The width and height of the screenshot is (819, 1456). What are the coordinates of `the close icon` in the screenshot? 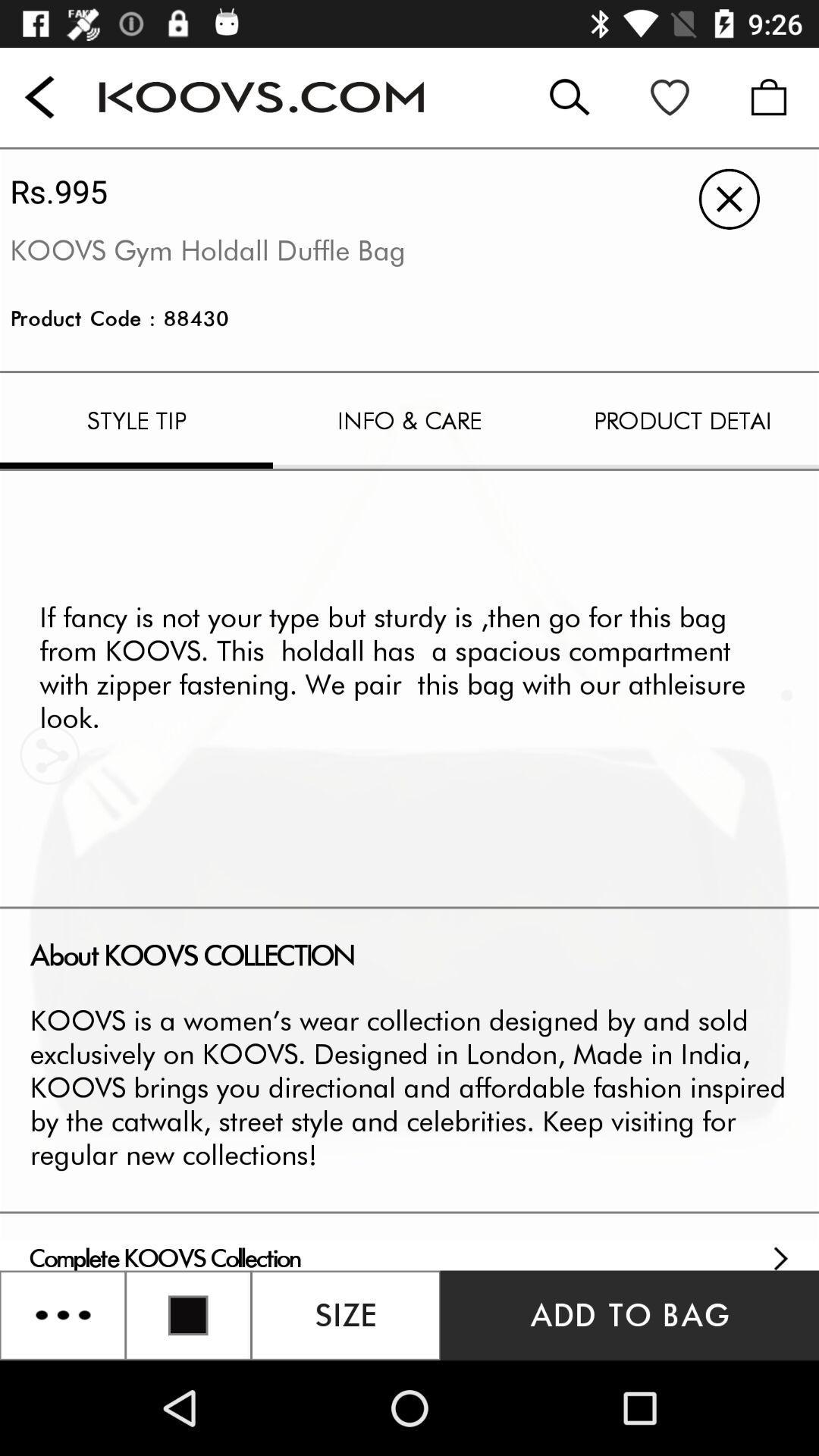 It's located at (728, 198).